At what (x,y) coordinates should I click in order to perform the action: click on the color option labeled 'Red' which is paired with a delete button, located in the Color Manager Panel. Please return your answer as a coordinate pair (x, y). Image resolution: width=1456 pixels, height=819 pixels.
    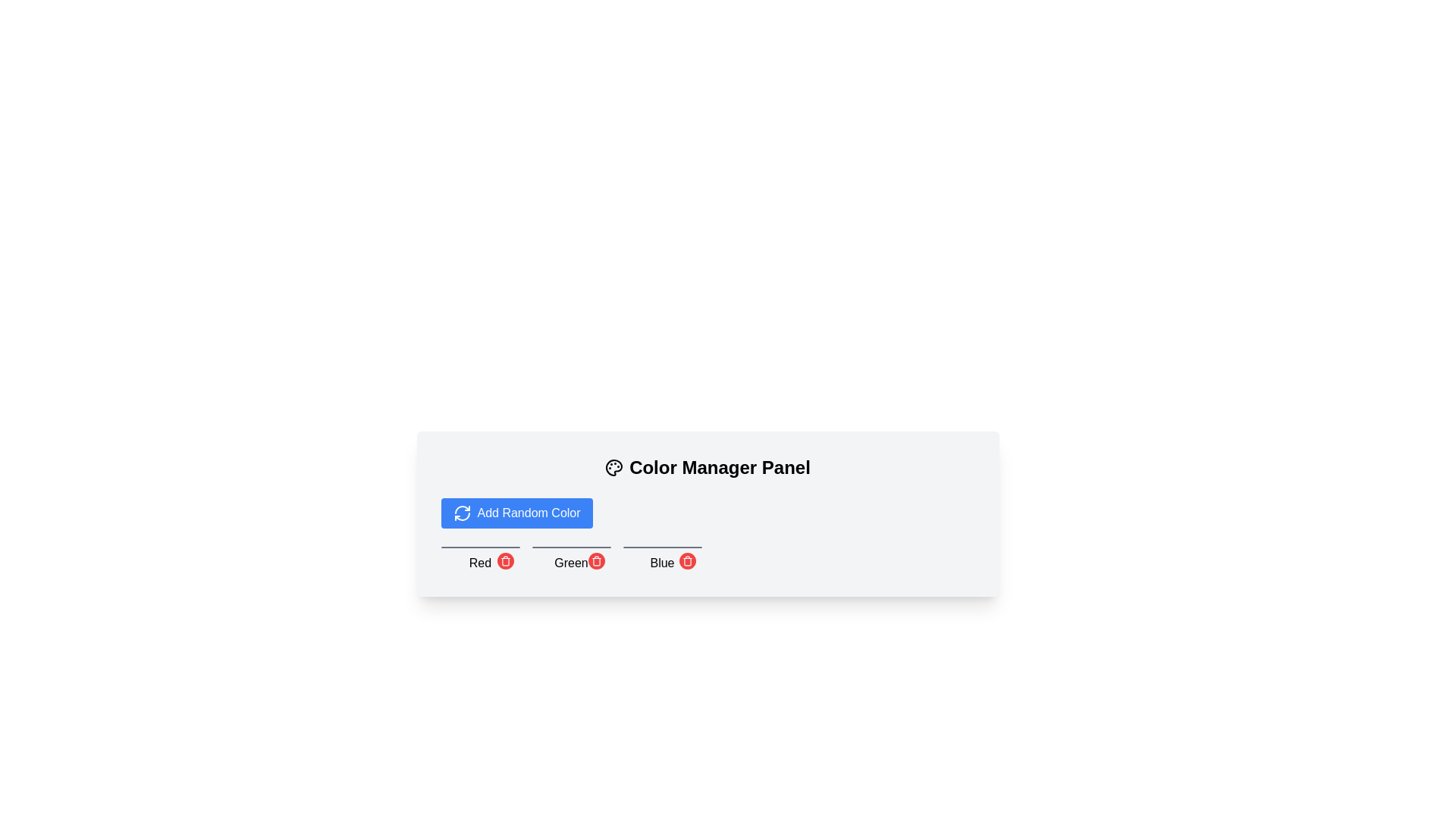
    Looking at the image, I should click on (479, 559).